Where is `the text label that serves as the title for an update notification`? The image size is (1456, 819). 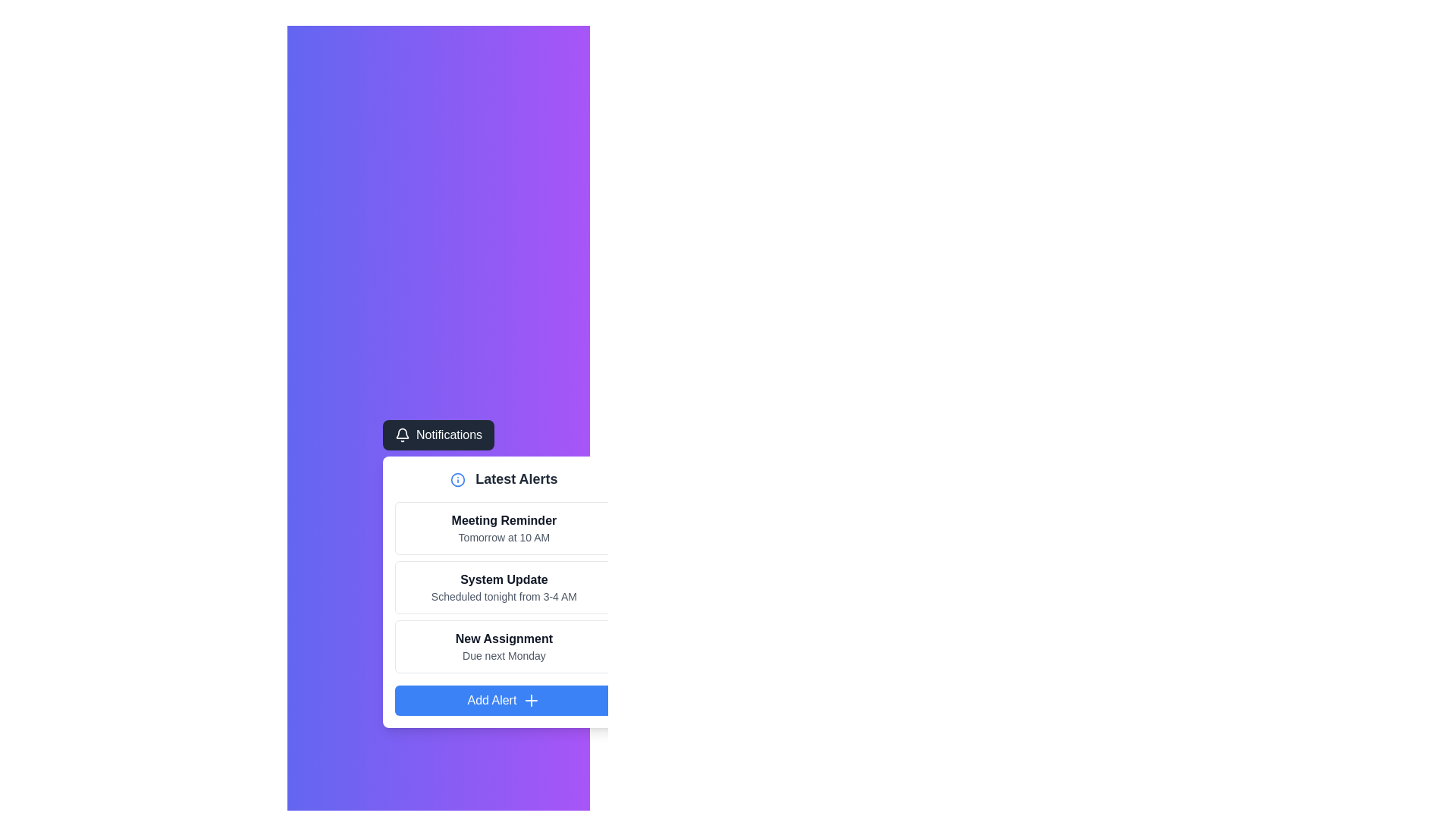 the text label that serves as the title for an update notification is located at coordinates (504, 579).